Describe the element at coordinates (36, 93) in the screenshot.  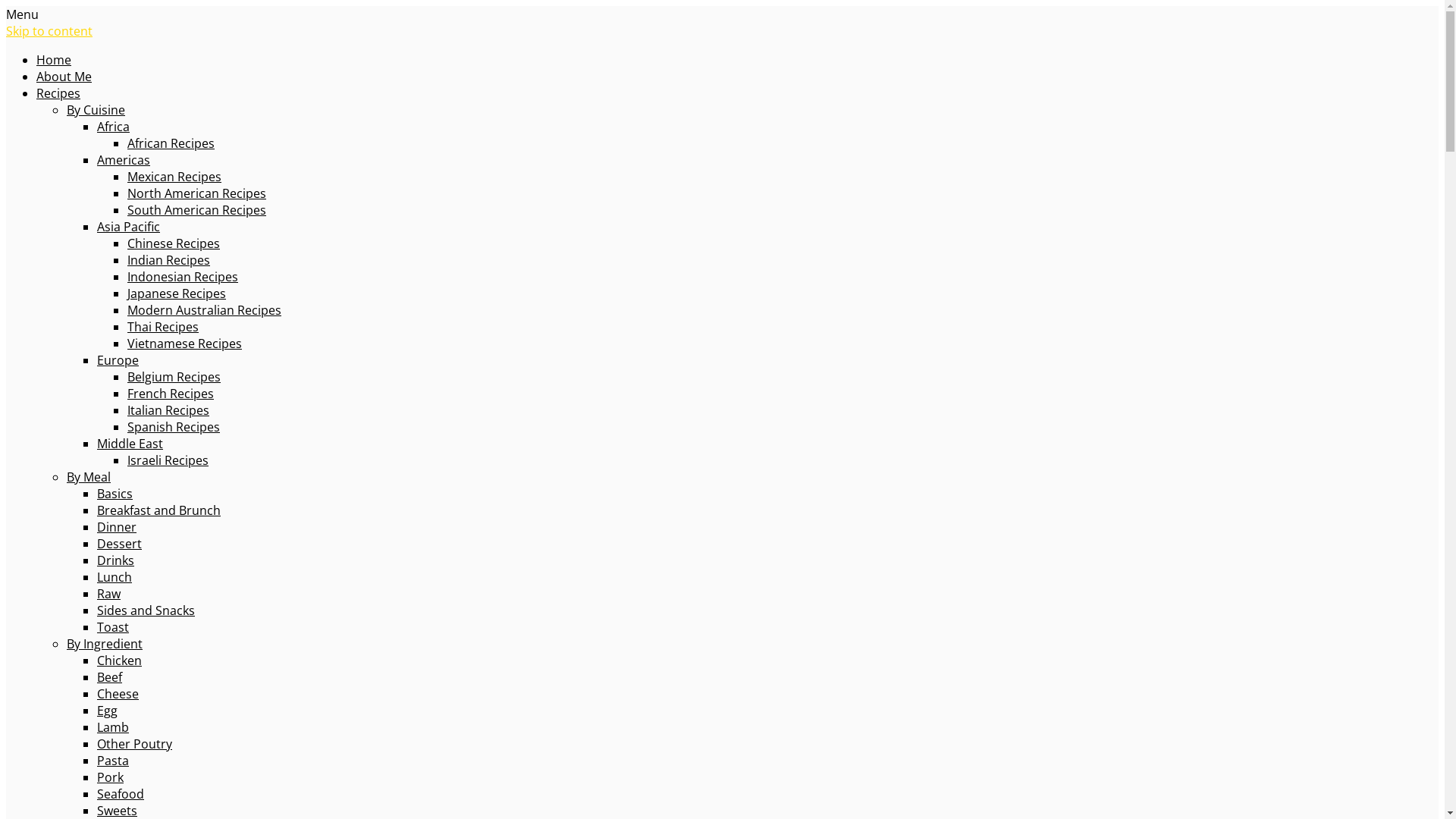
I see `'Recipes'` at that location.